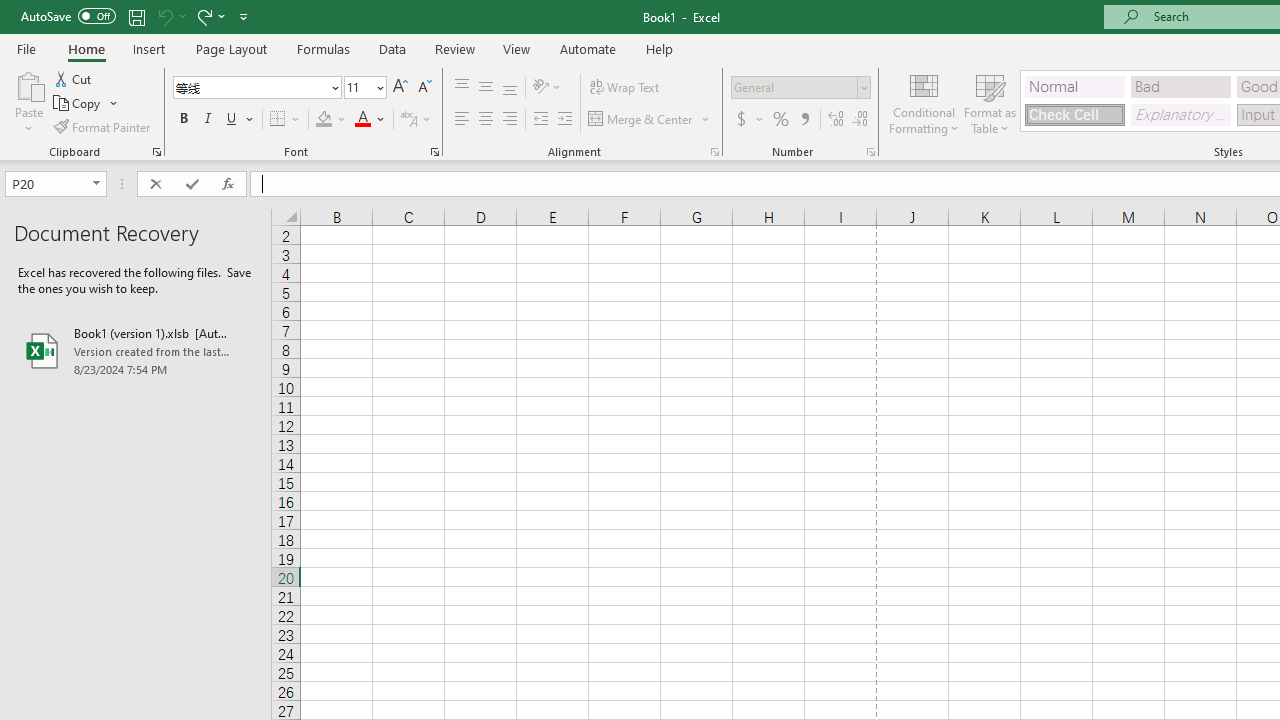 This screenshot has width=1280, height=720. I want to click on 'Format Cell Font', so click(434, 150).